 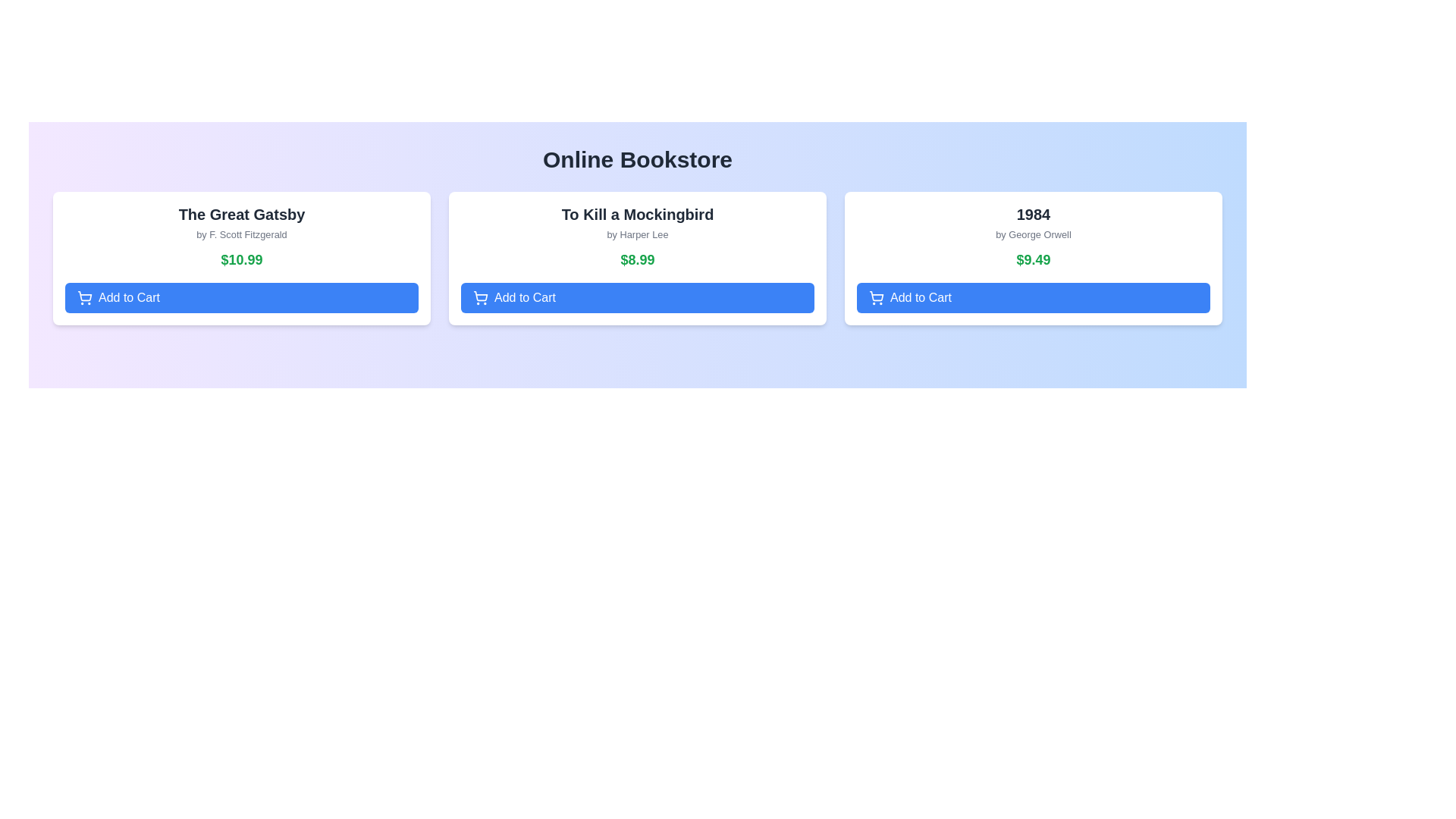 What do you see at coordinates (1033, 234) in the screenshot?
I see `the static text label displaying the author's name 'by George Orwell', which is positioned below the title '1984' and above the price '$9.49'` at bounding box center [1033, 234].